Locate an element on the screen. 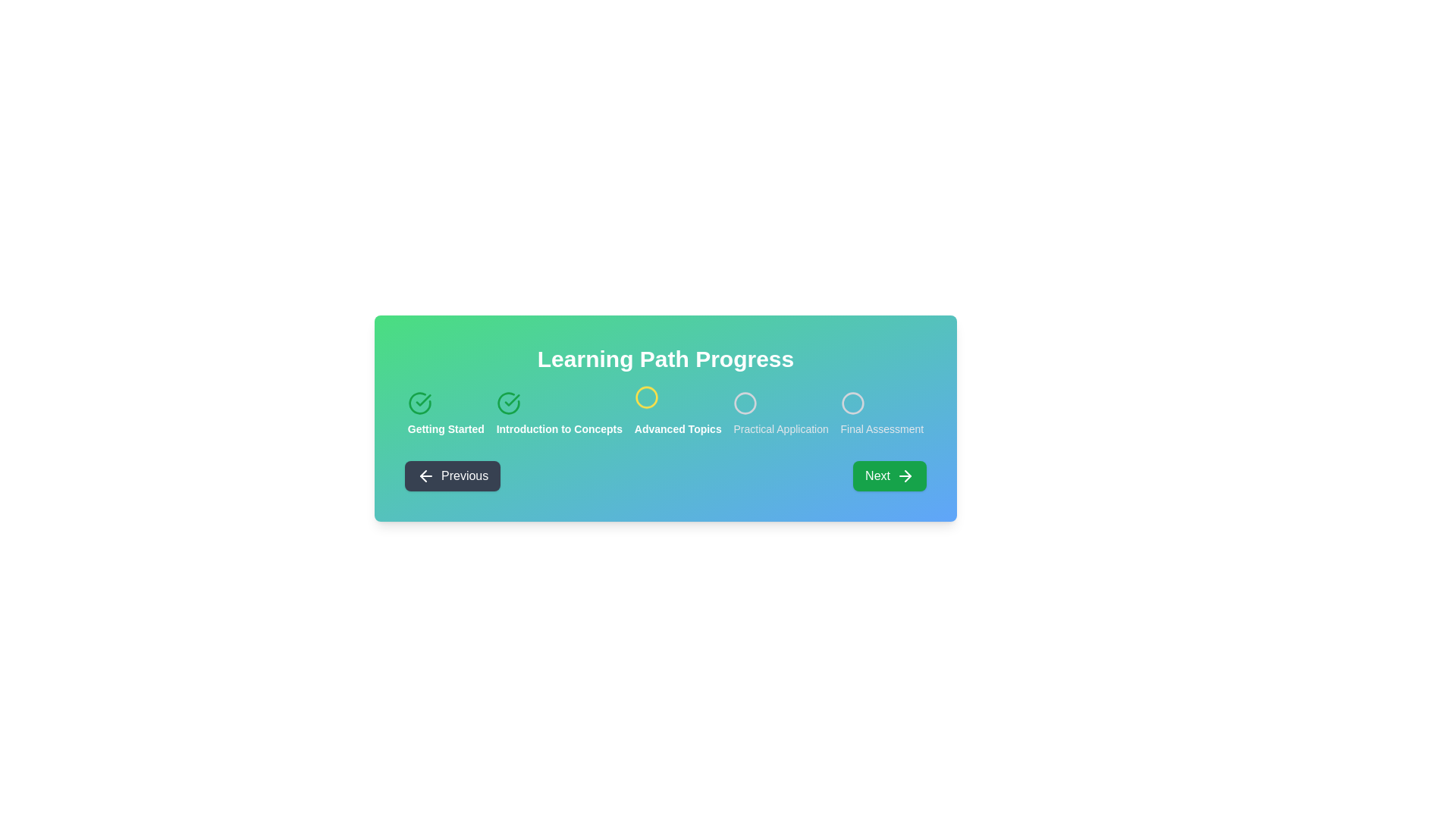 Image resolution: width=1456 pixels, height=819 pixels. the first icon in the horizontal sequence of progress indicators indicating that the 'Getting Started' step has been completed successfully is located at coordinates (419, 403).